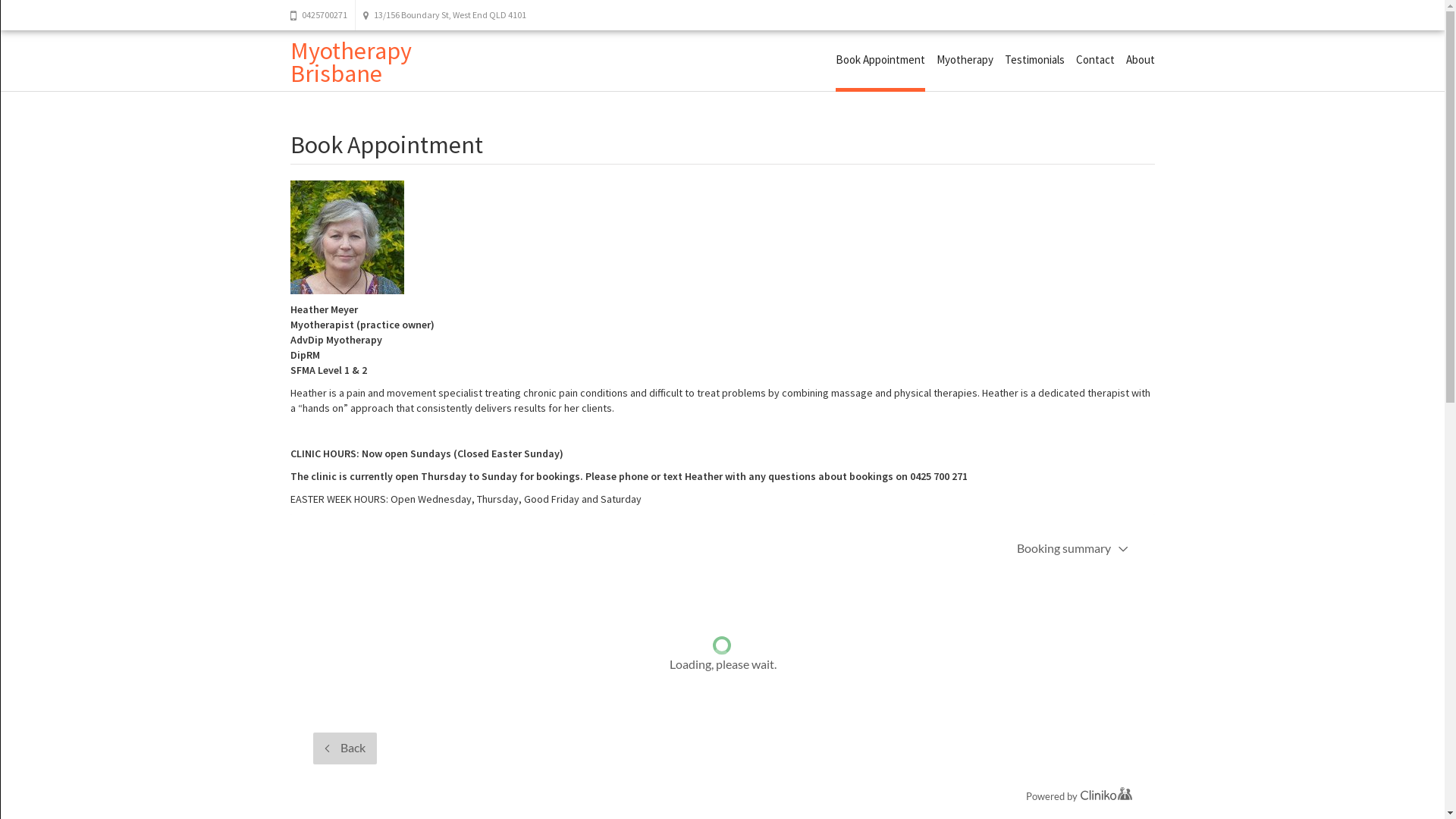  Describe the element at coordinates (934, 58) in the screenshot. I see `'Myotherapy'` at that location.